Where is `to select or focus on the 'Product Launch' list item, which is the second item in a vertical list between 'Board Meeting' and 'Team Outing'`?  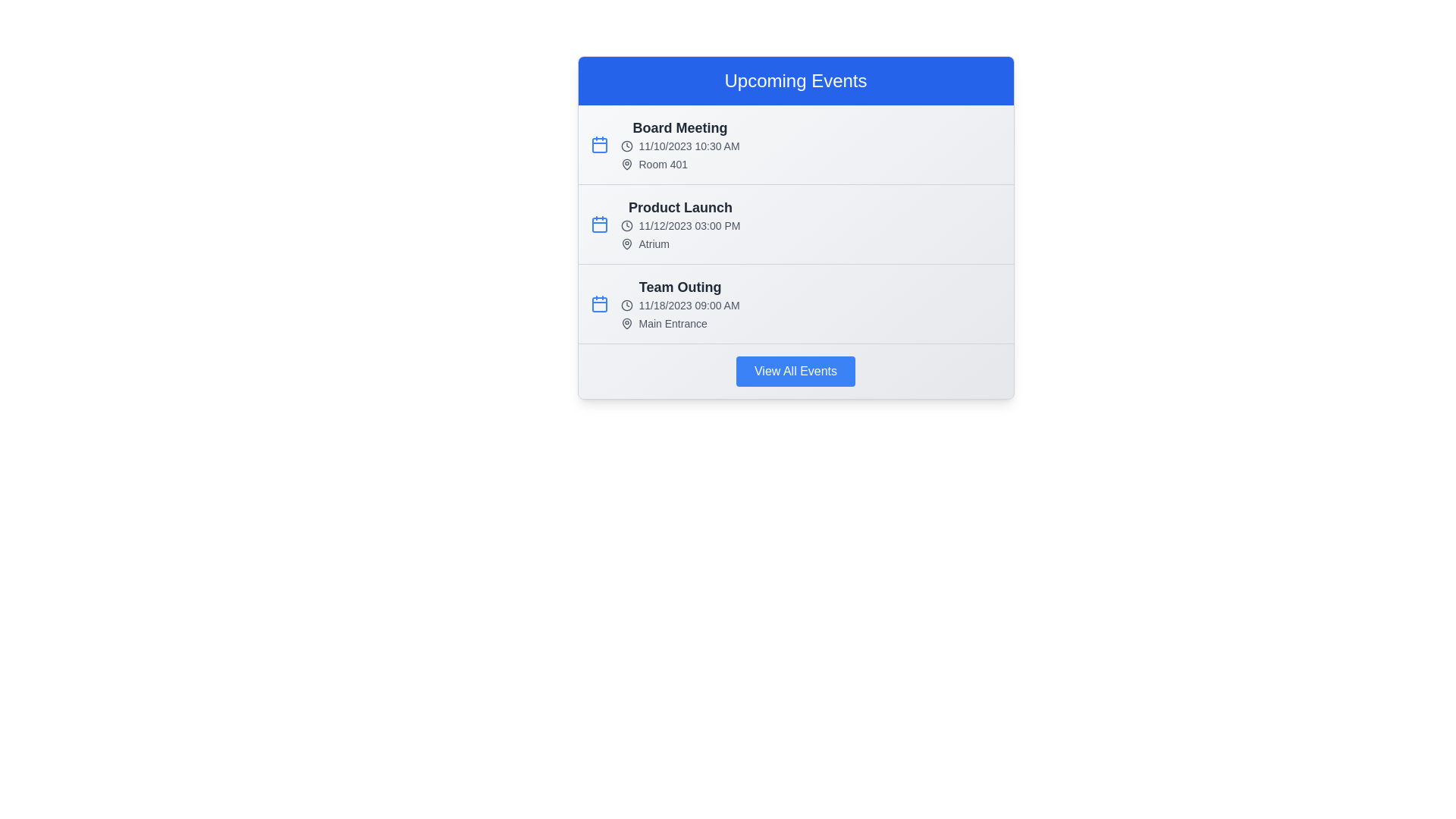 to select or focus on the 'Product Launch' list item, which is the second item in a vertical list between 'Board Meeting' and 'Team Outing' is located at coordinates (795, 224).